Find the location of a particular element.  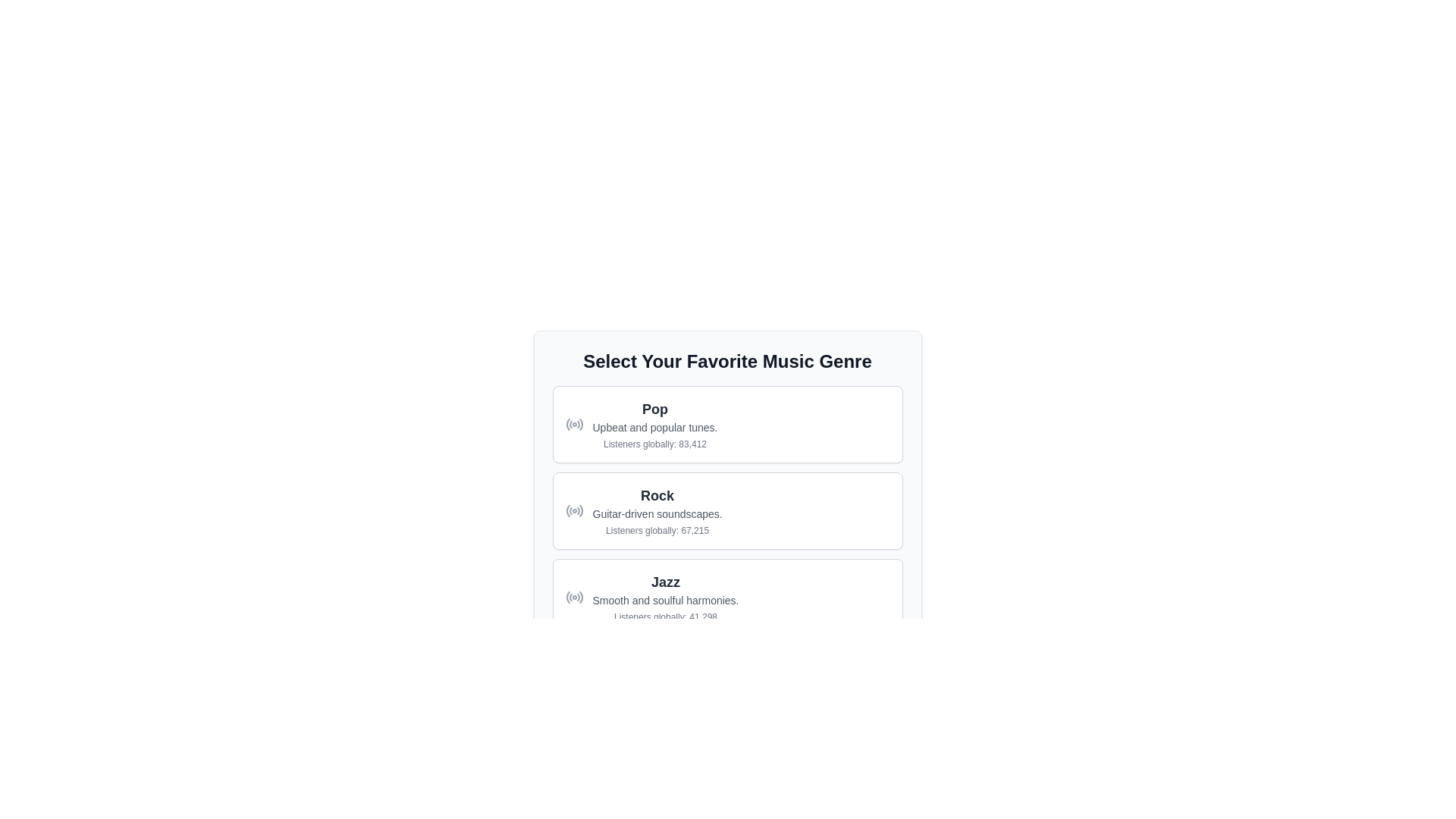

the text-based informational component displaying 'Pop' with the subtitle 'Upbeat and popular tunes.' and 'Listeners globally: 83,412' is located at coordinates (655, 424).